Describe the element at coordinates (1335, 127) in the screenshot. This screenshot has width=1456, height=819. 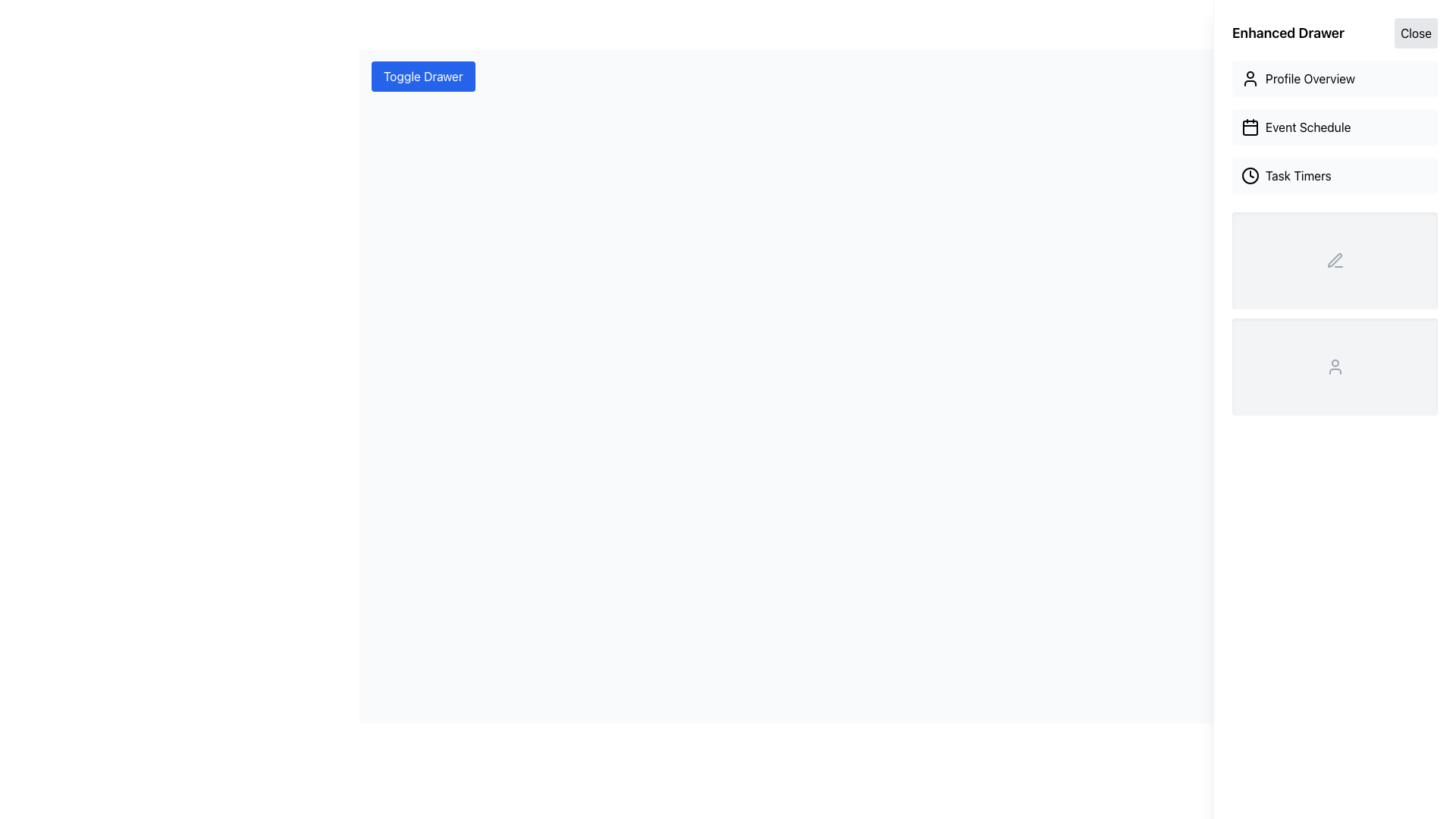
I see `the navigational button that redirects to the 'Event Schedule' section, located below 'Profile Overview' and above 'Task Timers' in the sidebar drawer` at that location.